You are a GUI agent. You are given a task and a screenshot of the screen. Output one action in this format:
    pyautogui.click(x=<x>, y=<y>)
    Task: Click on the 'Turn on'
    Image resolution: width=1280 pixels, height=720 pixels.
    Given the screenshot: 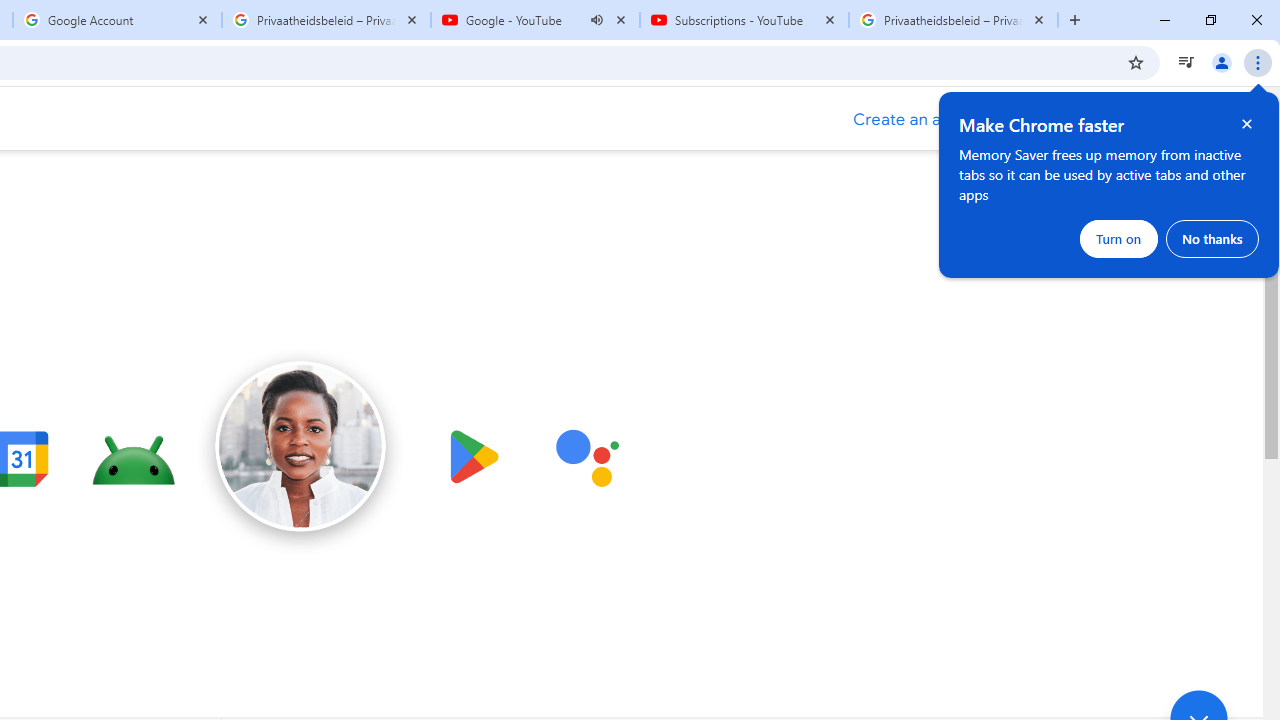 What is the action you would take?
    pyautogui.click(x=1118, y=238)
    